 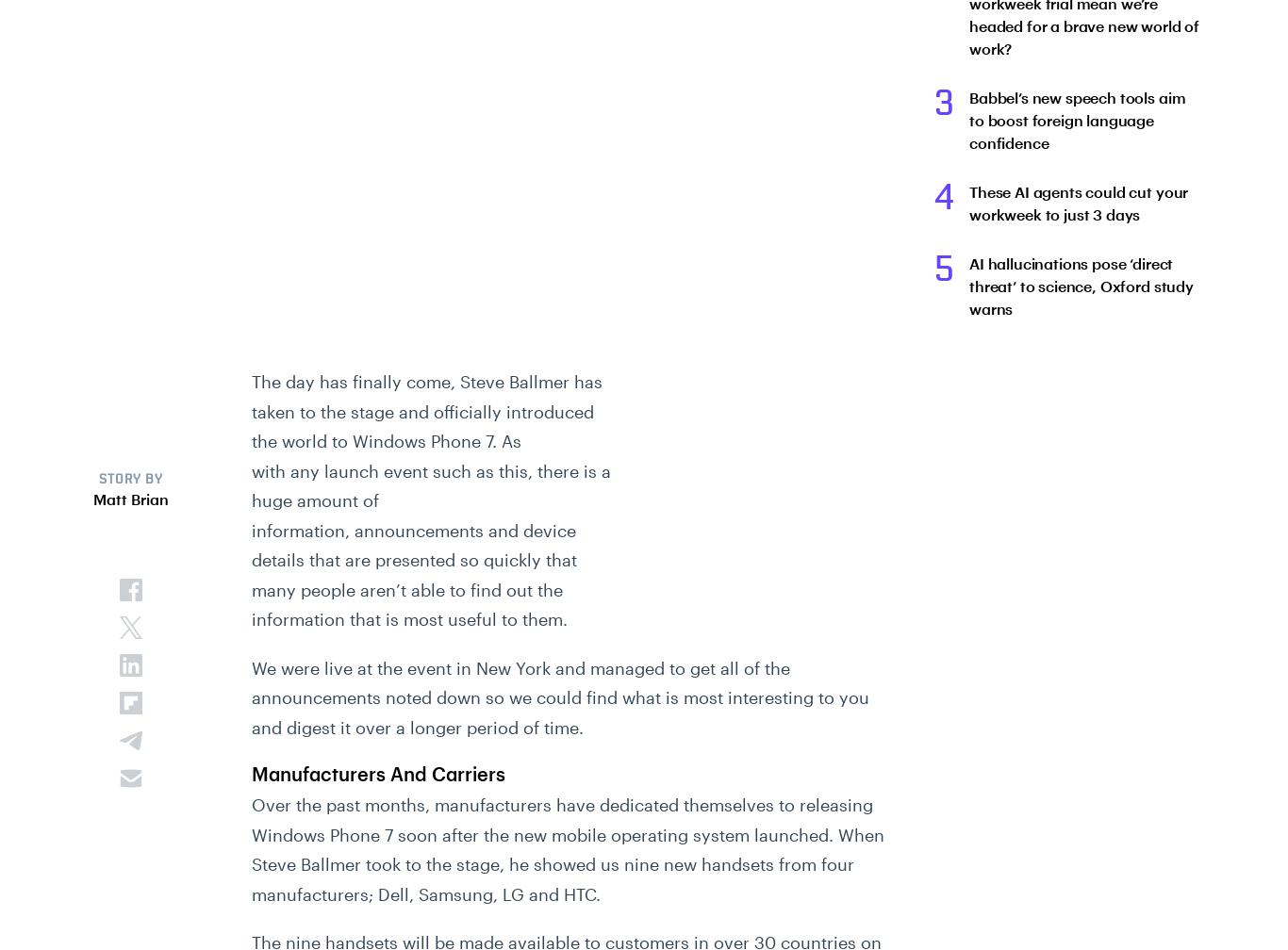 I want to click on '5', so click(x=934, y=270).